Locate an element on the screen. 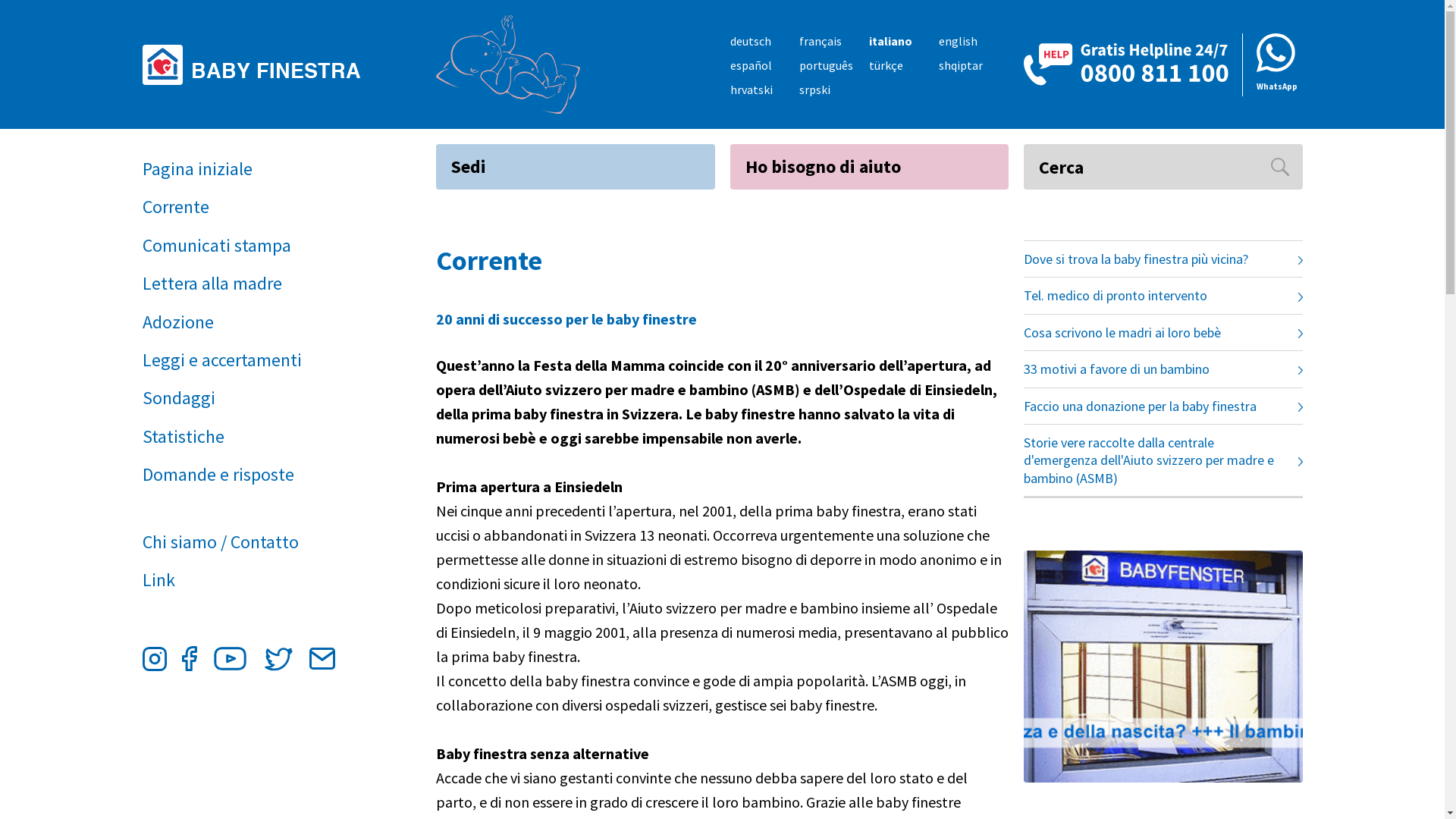 This screenshot has width=1456, height=819. 'Faccio una donazione per la baby finestra' is located at coordinates (1163, 405).